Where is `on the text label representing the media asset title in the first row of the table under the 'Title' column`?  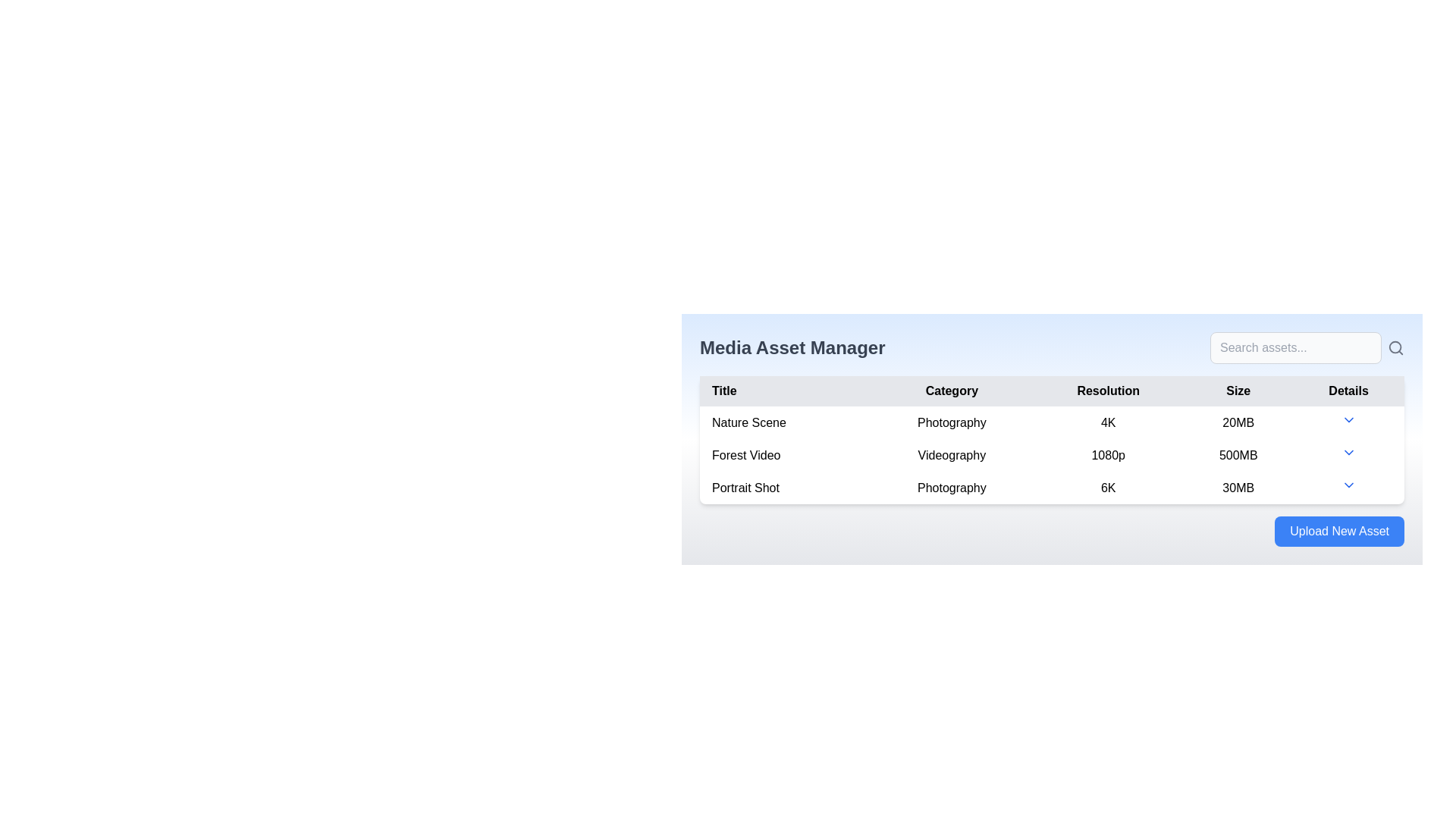 on the text label representing the media asset title in the first row of the table under the 'Title' column is located at coordinates (785, 422).